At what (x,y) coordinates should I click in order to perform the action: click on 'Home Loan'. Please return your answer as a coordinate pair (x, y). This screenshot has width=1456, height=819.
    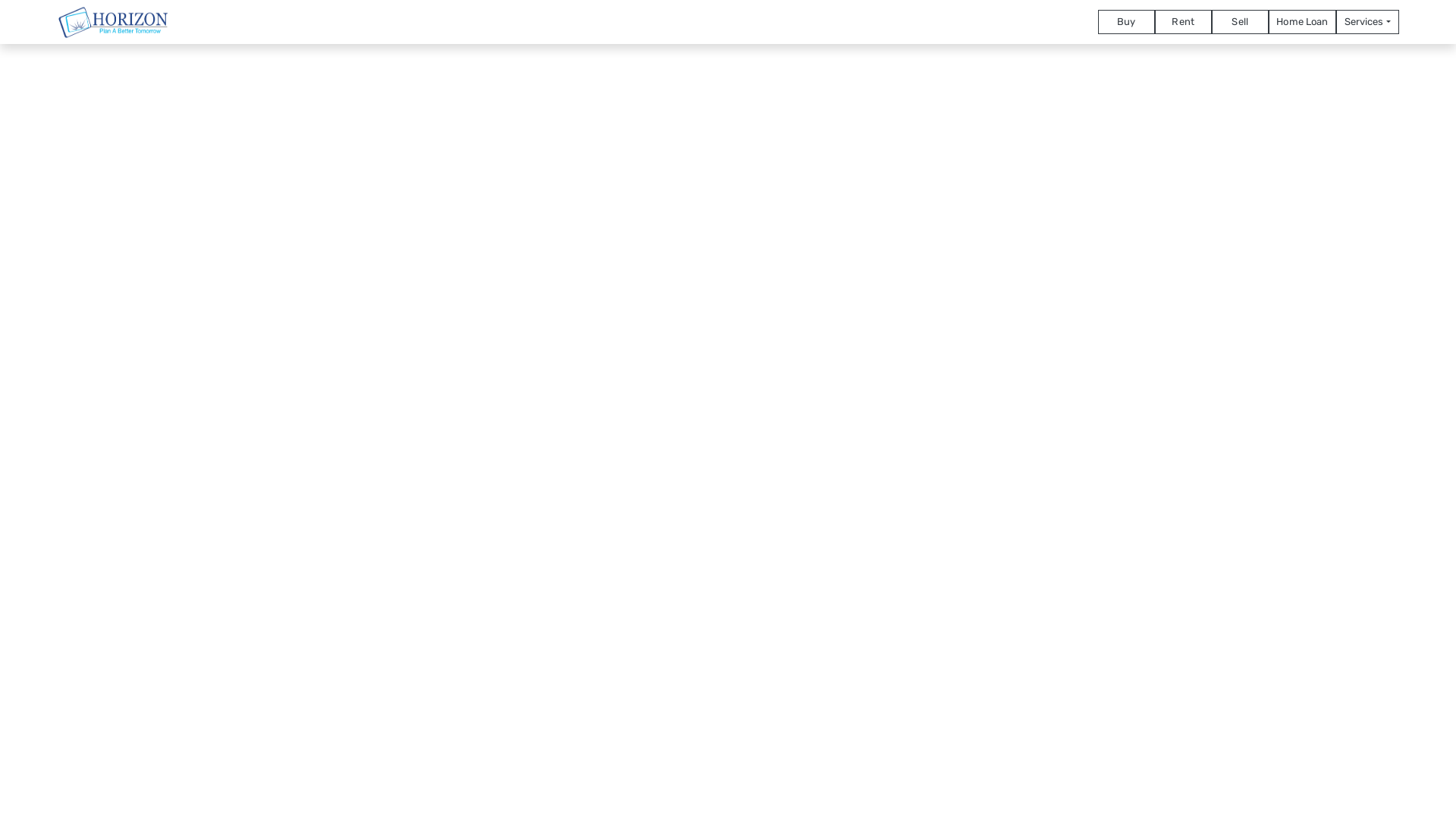
    Looking at the image, I should click on (1301, 21).